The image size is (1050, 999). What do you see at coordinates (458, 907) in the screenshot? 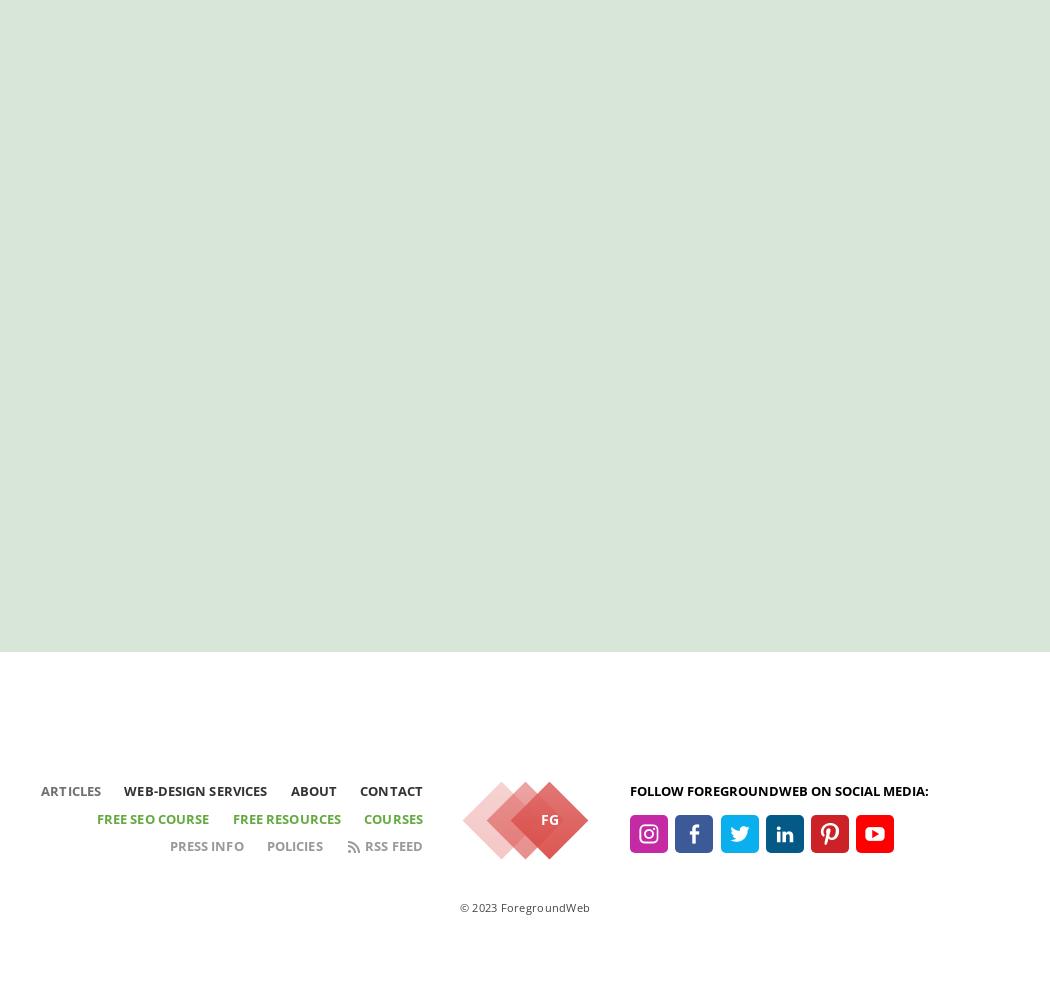
I see `'© 2023 ForegroundWeb'` at bounding box center [458, 907].